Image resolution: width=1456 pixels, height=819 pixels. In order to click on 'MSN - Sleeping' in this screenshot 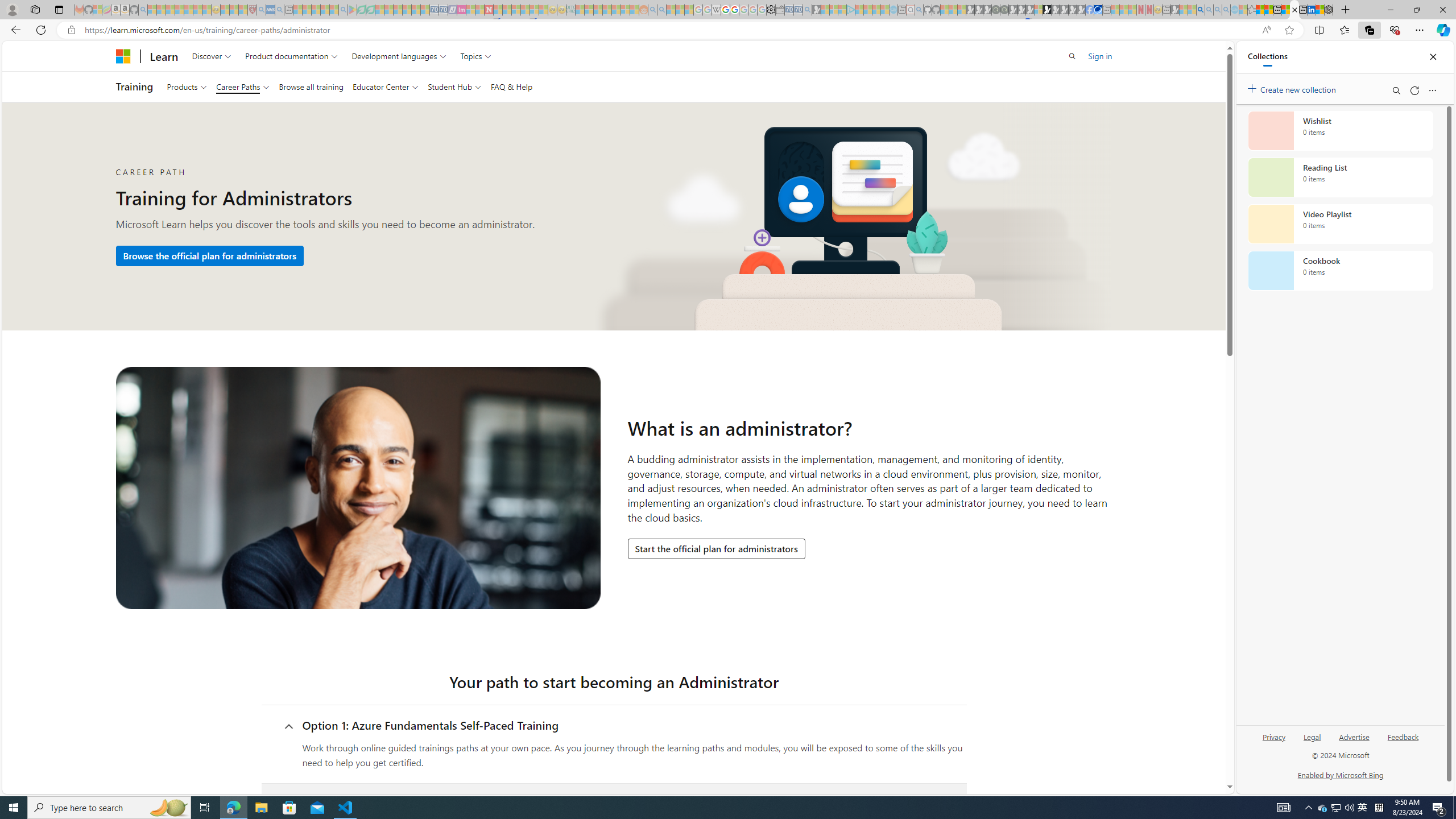, I will do `click(1174, 9)`.